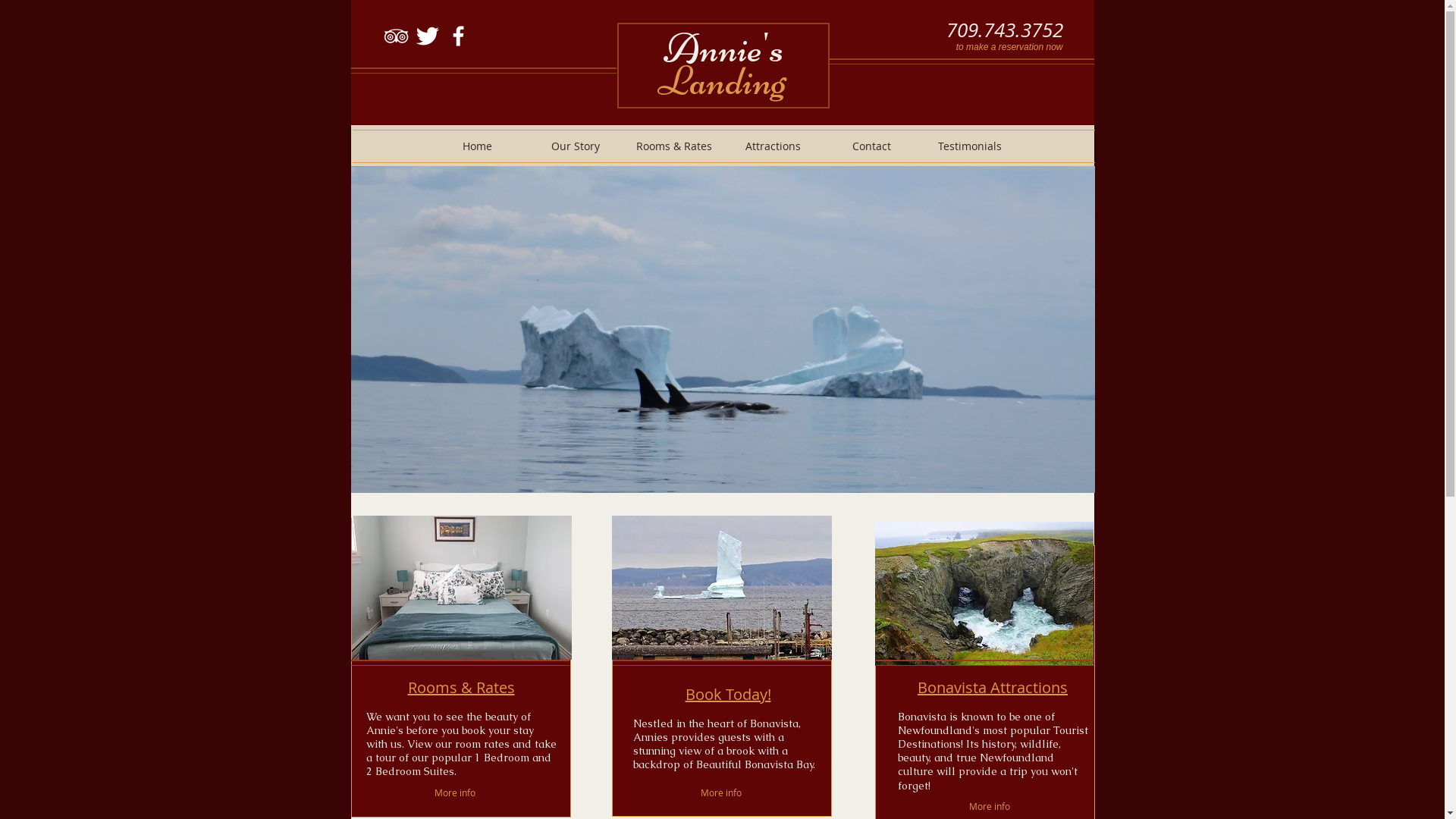  What do you see at coordinates (993, 687) in the screenshot?
I see `'Bonavista Attractions'` at bounding box center [993, 687].